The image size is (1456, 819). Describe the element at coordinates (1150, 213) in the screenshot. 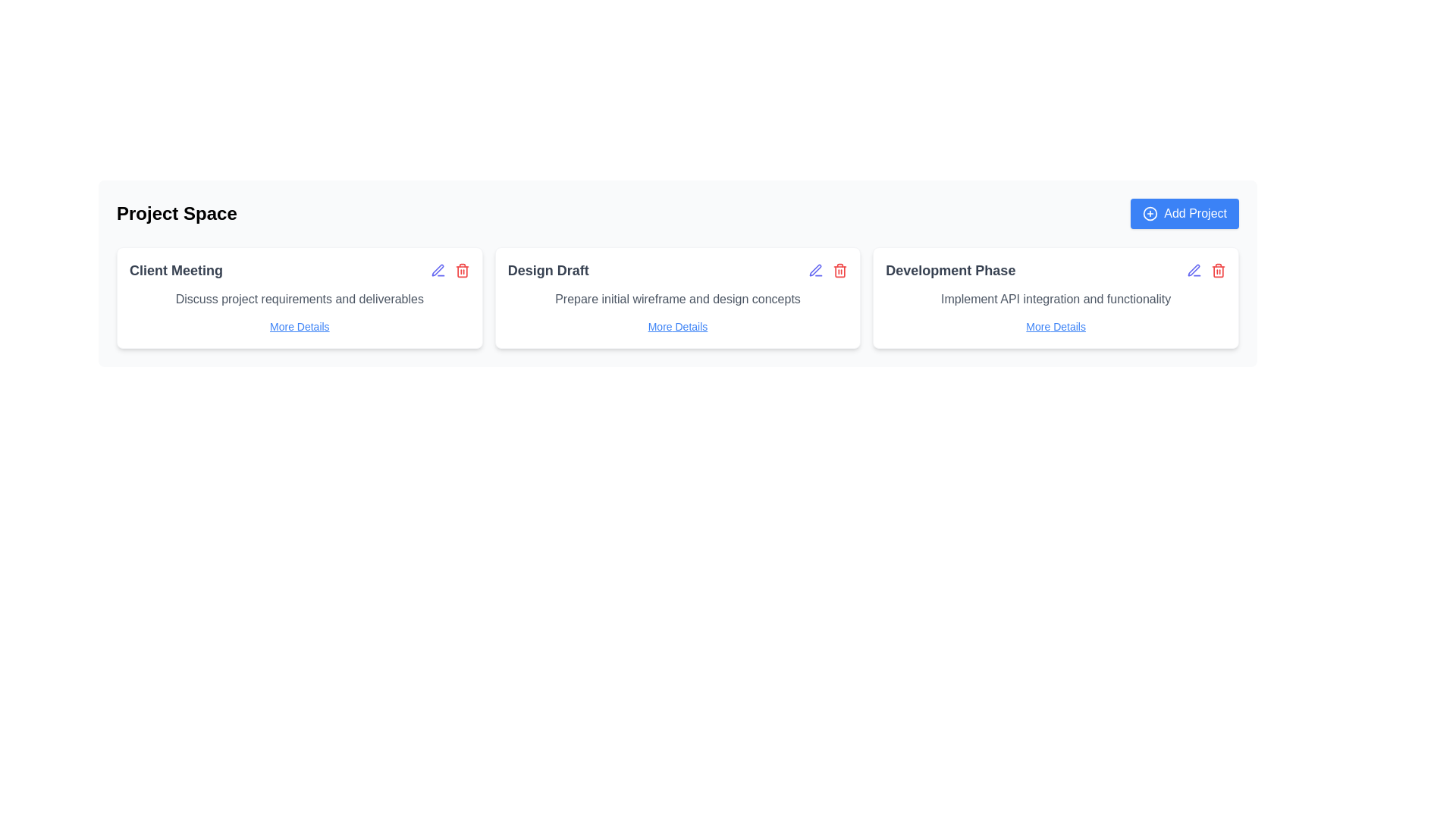

I see `the circular outline of the decorative vector element inside the 'Add Project' button located at the top-right corner of the interface` at that location.